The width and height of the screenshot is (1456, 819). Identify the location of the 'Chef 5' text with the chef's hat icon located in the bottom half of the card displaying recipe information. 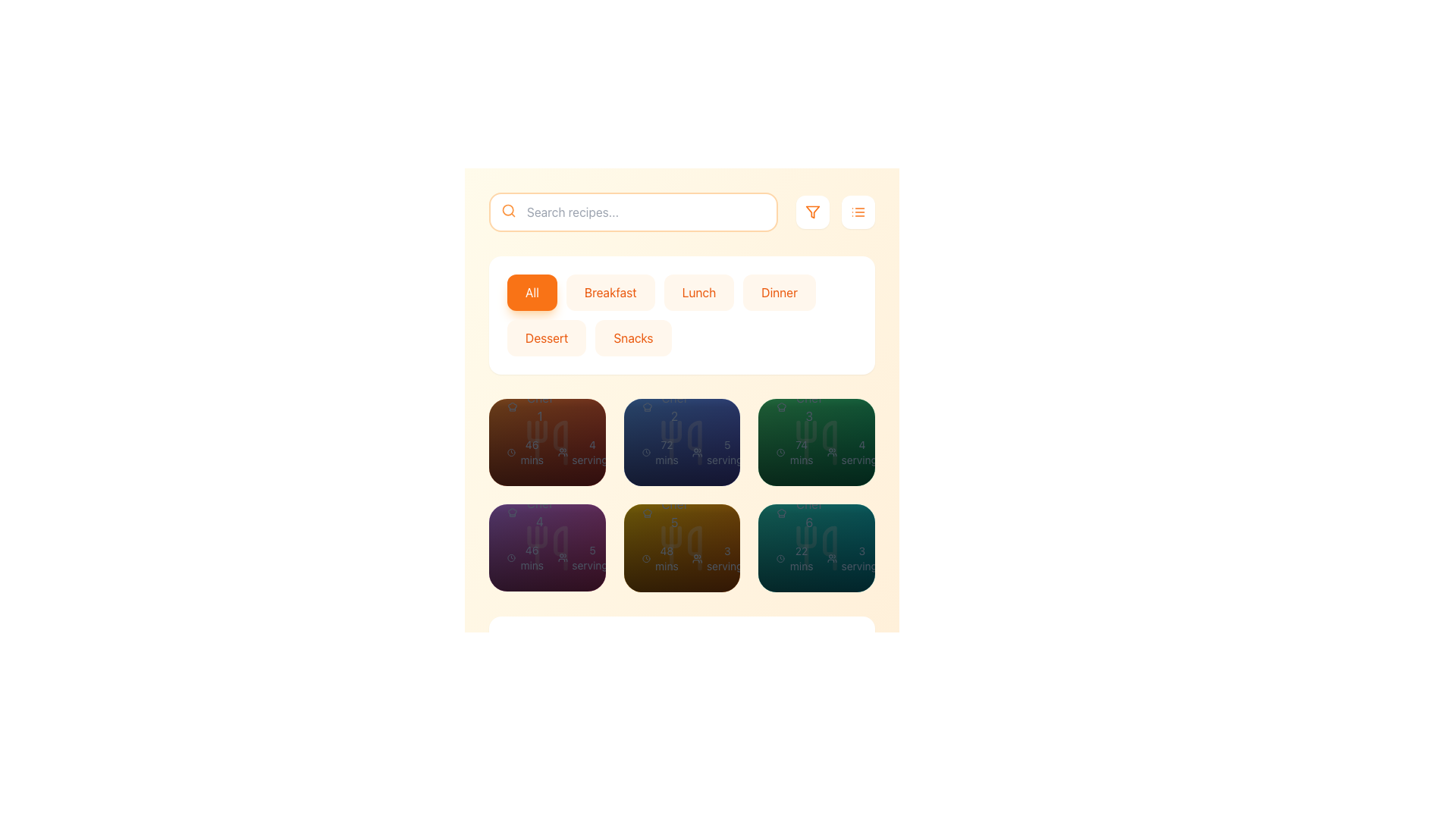
(666, 512).